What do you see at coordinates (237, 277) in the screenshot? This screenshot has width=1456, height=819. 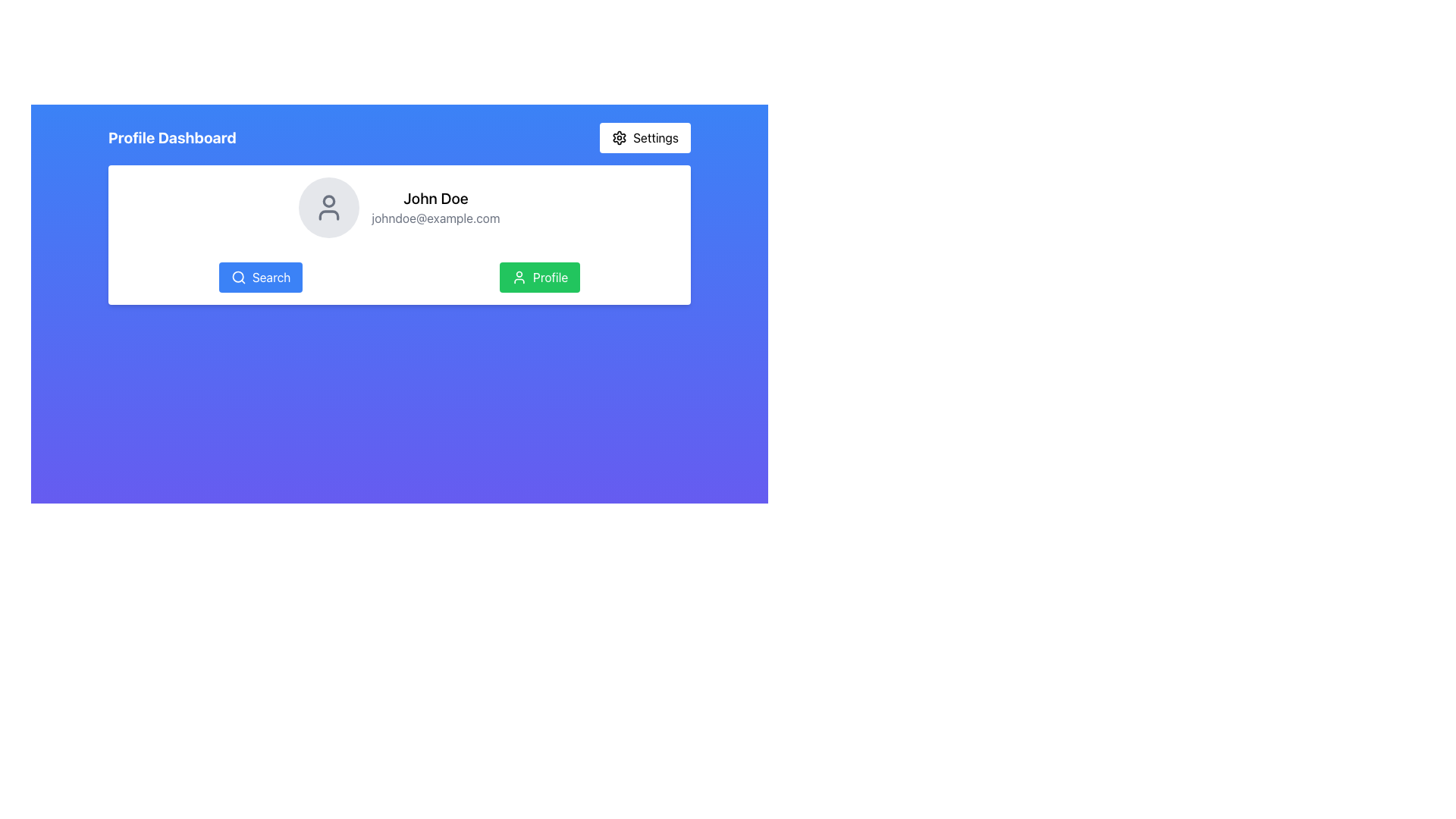 I see `the search icon represented by a magnifying glass, located on the left side below the profile section and alongside the green profile button` at bounding box center [237, 277].